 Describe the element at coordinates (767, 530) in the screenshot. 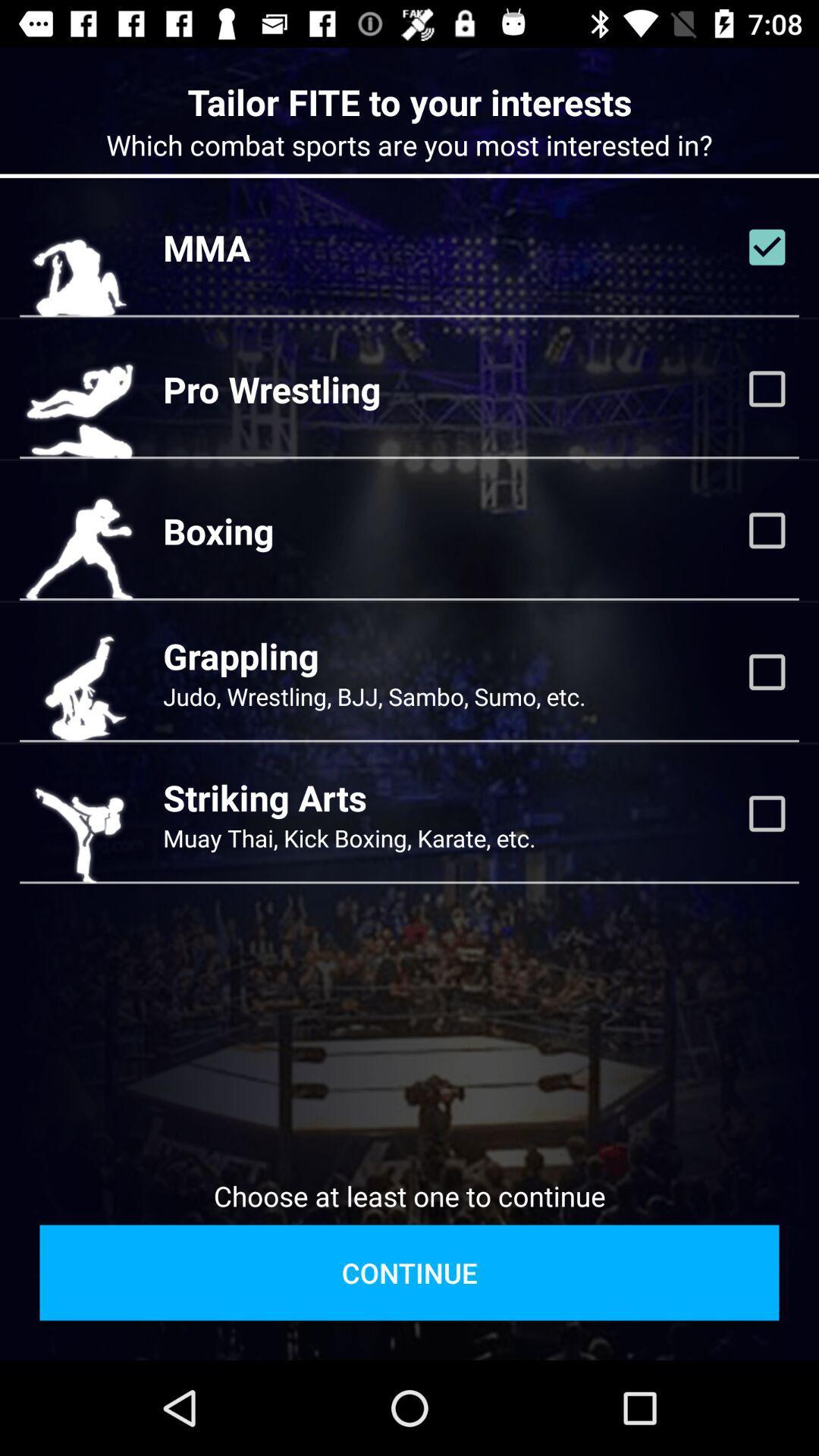

I see `boxing` at that location.